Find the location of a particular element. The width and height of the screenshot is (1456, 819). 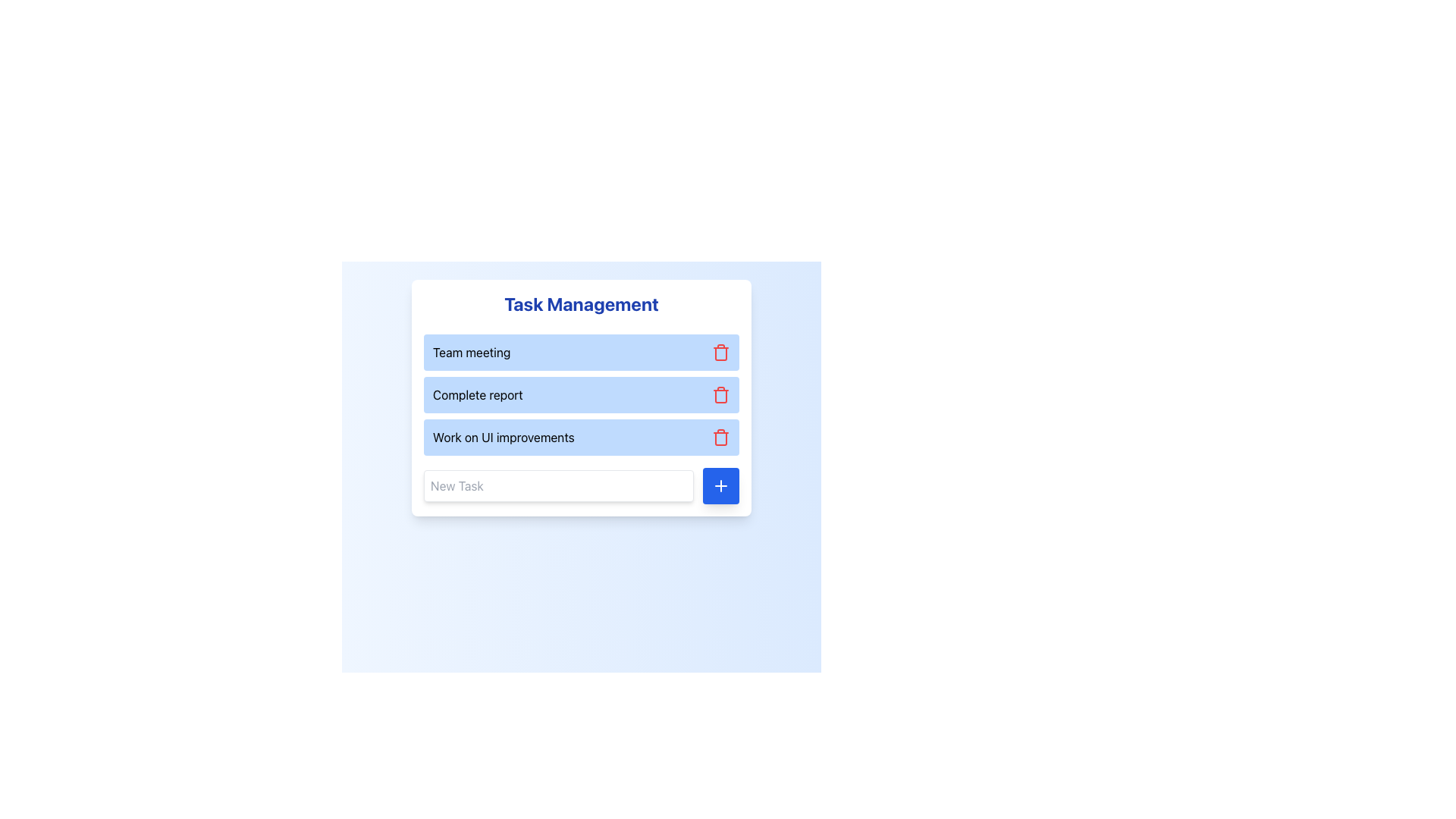

the central '+' icon within the blue circular button at the bottom-right corner of the task management panel is located at coordinates (720, 485).